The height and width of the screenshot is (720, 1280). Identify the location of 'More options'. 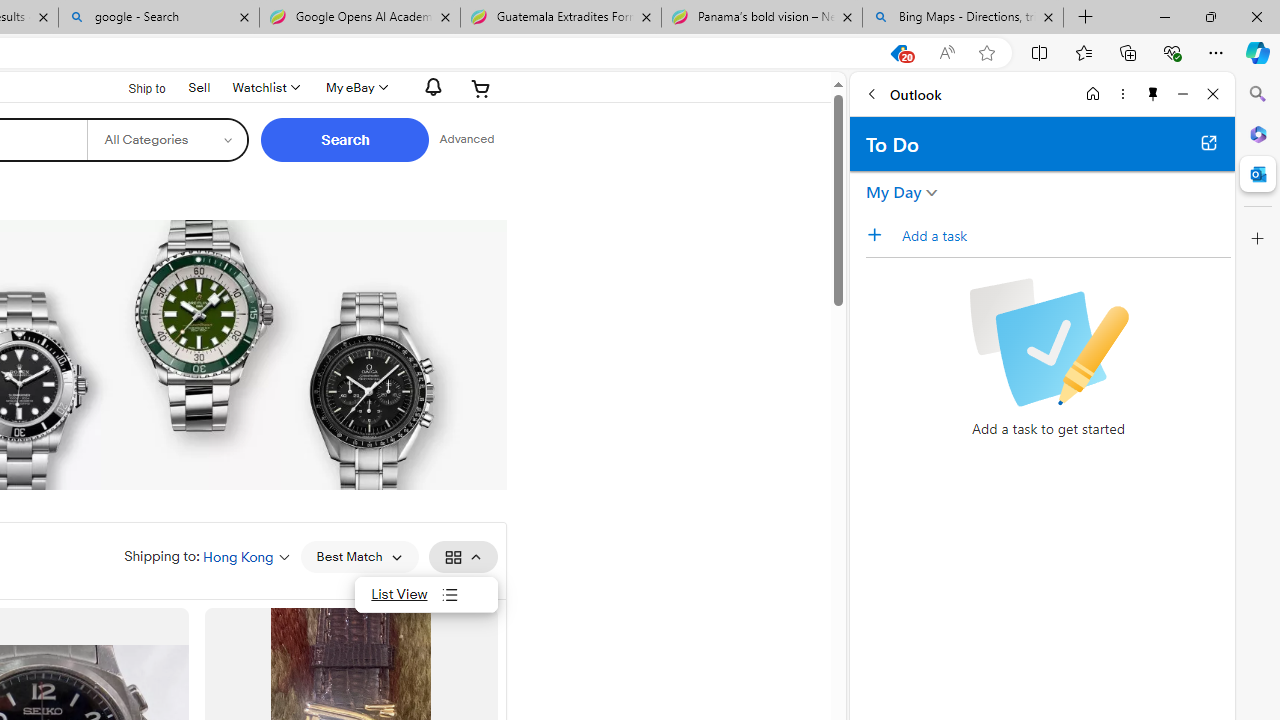
(1122, 93).